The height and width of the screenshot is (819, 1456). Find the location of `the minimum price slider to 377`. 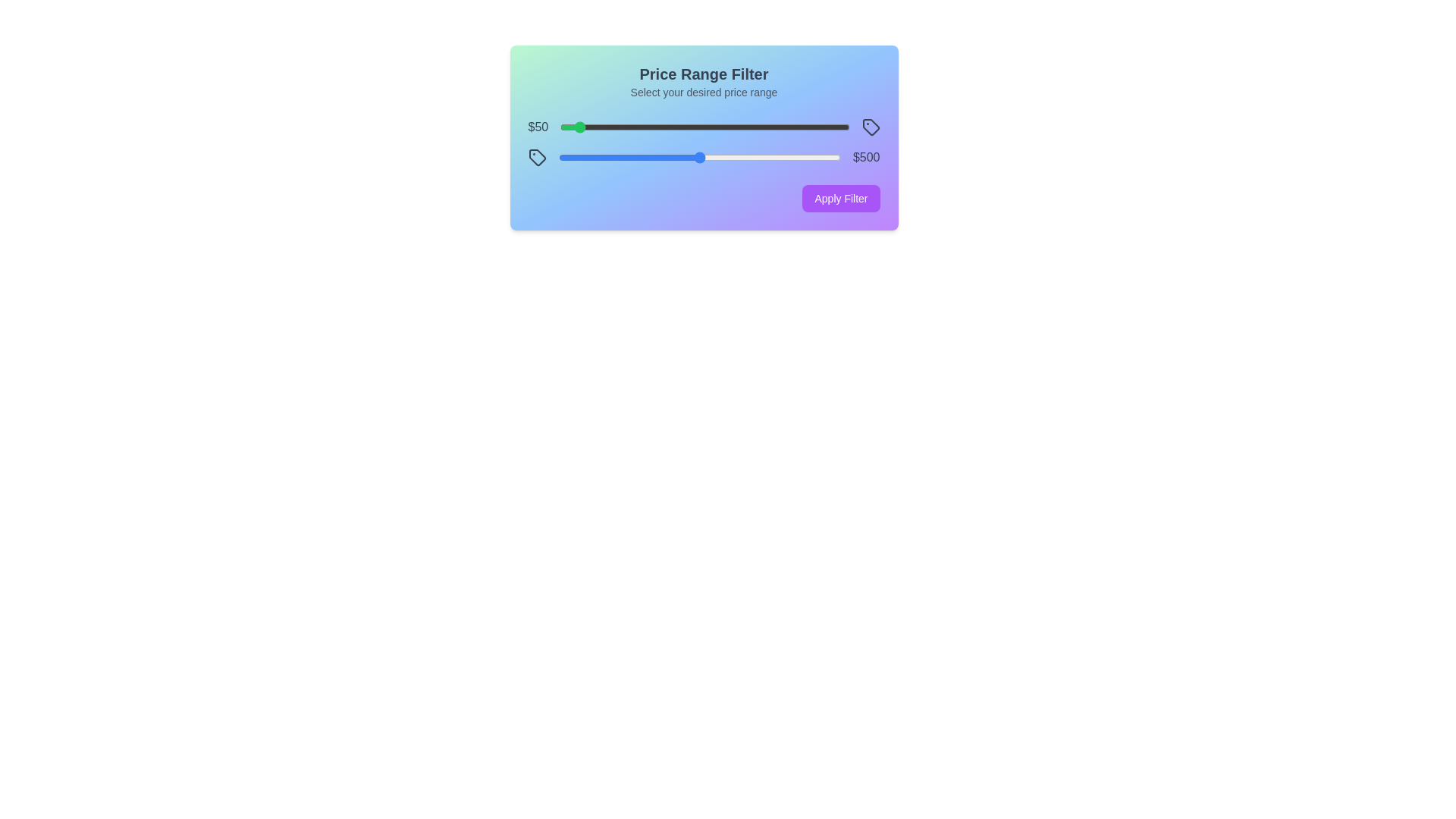

the minimum price slider to 377 is located at coordinates (669, 127).